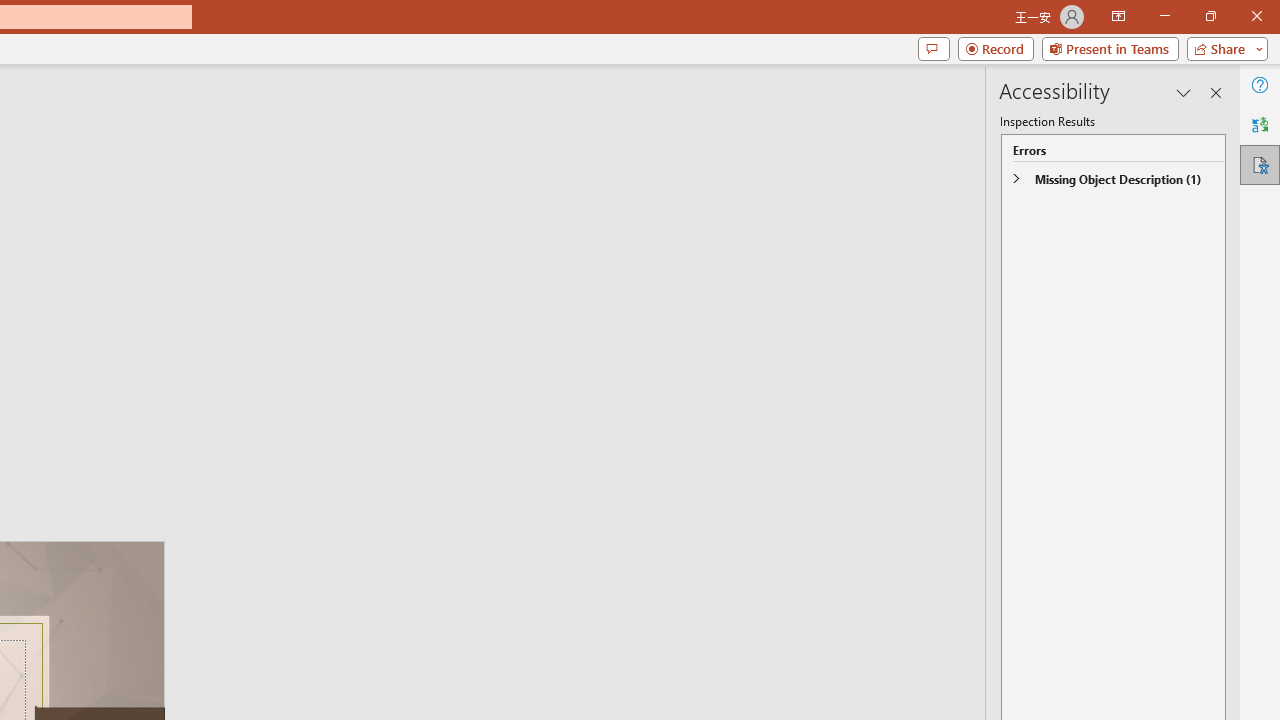 This screenshot has width=1280, height=720. Describe the element at coordinates (1184, 92) in the screenshot. I see `'Task Pane Options'` at that location.